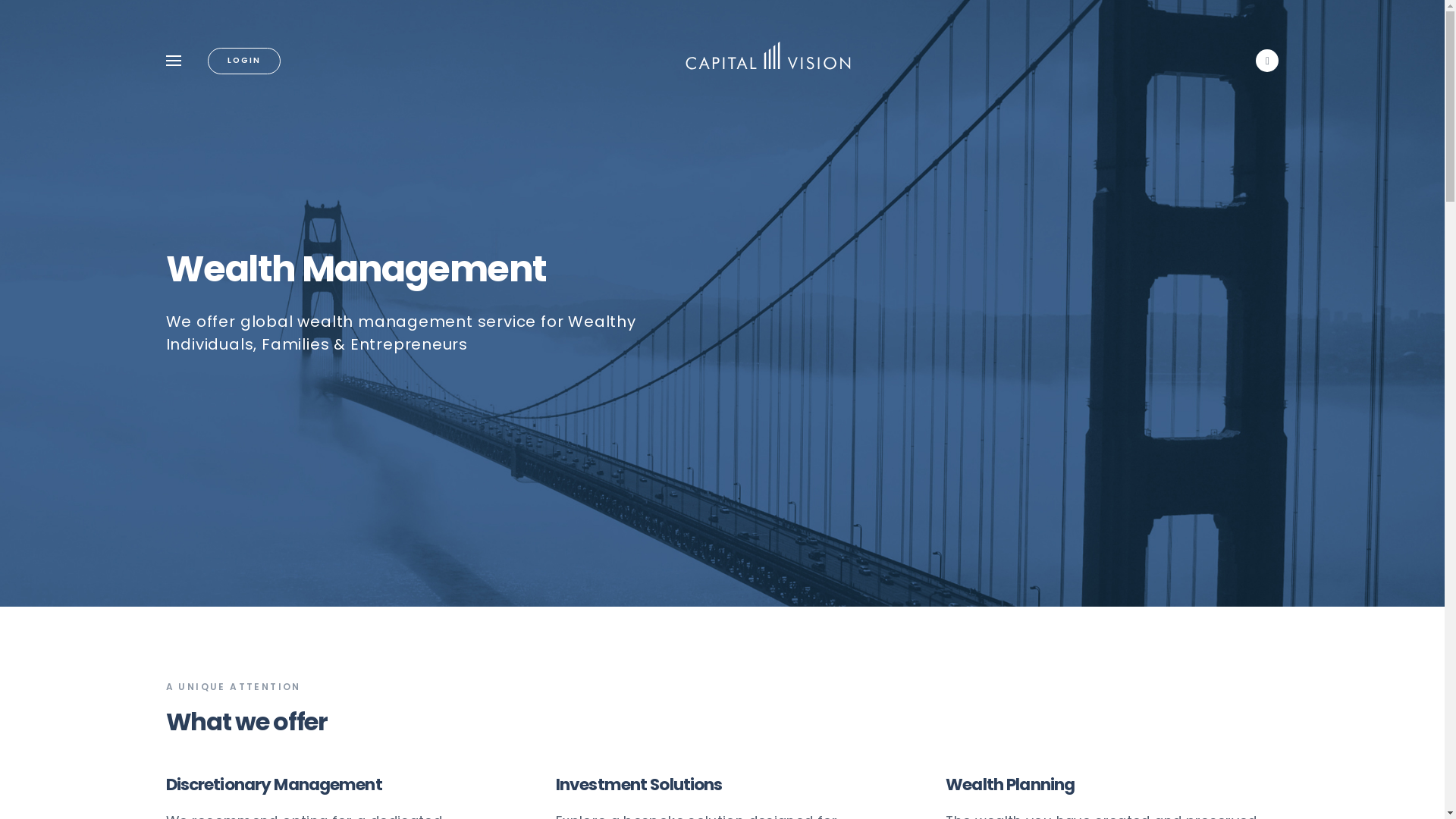 This screenshot has height=819, width=1456. Describe the element at coordinates (243, 59) in the screenshot. I see `'LOGIN'` at that location.